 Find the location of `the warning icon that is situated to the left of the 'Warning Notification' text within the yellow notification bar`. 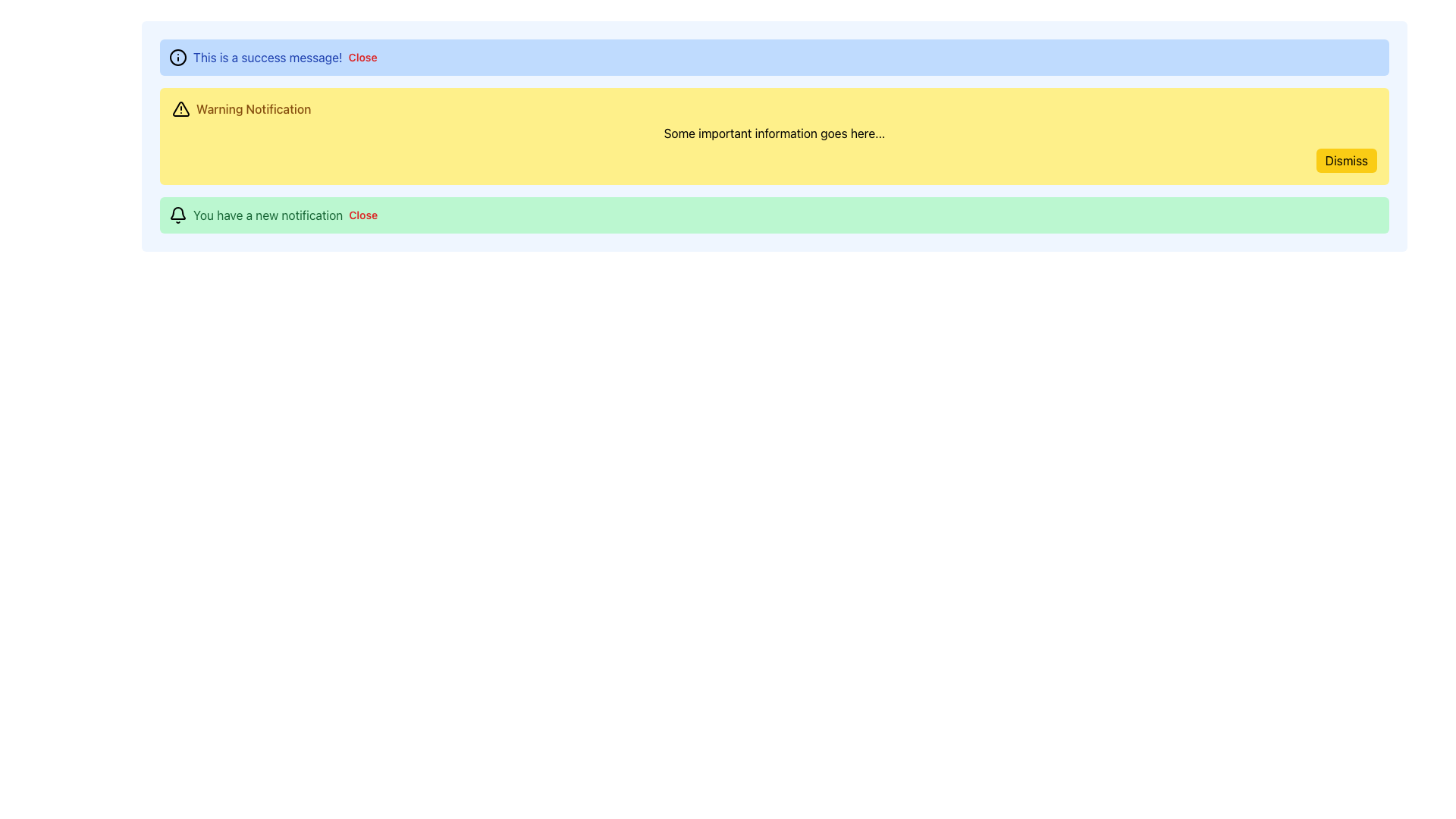

the warning icon that is situated to the left of the 'Warning Notification' text within the yellow notification bar is located at coordinates (181, 108).